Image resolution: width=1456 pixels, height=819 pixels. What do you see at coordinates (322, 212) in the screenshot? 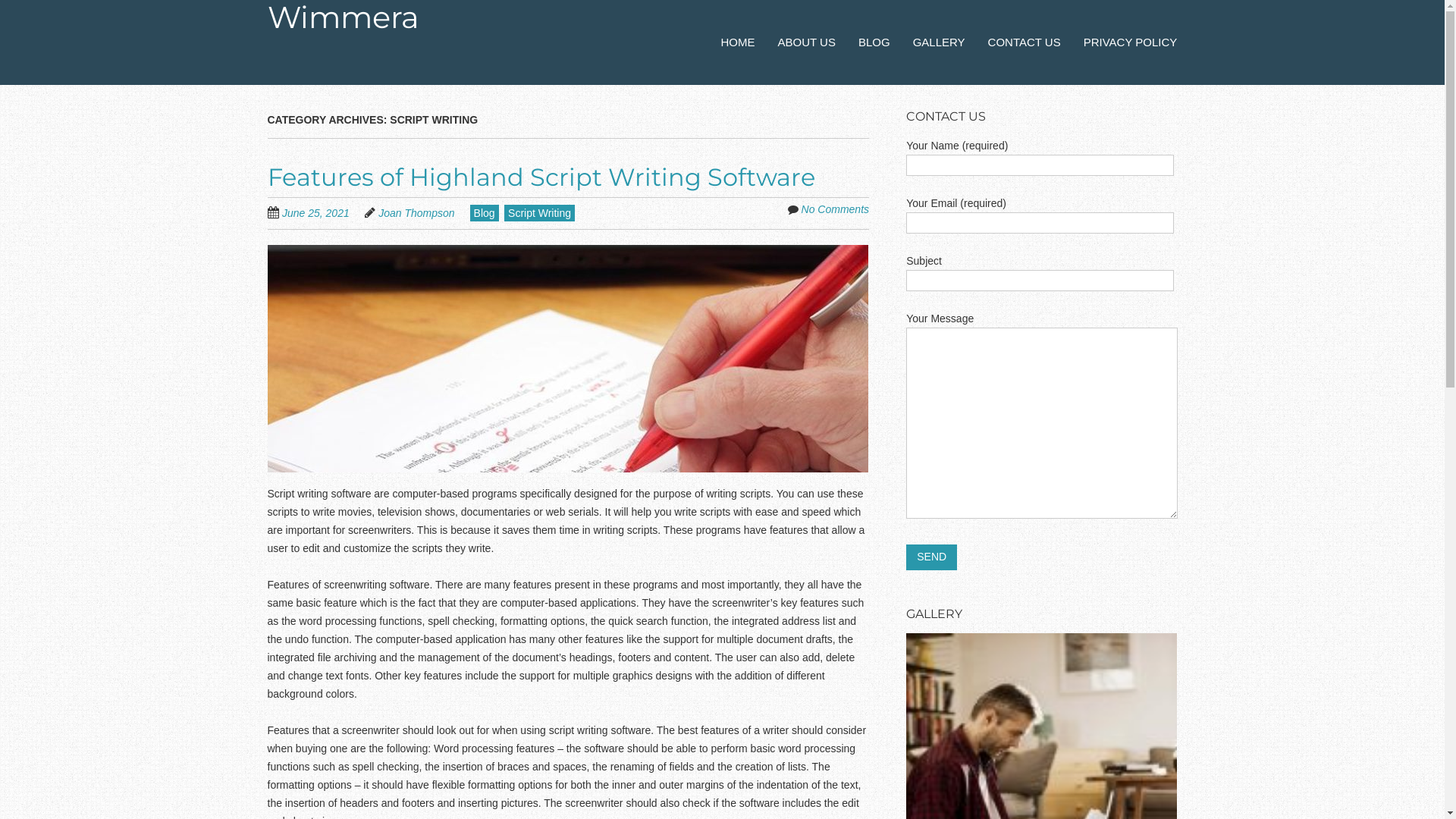
I see `'June 25, 2021'` at bounding box center [322, 212].